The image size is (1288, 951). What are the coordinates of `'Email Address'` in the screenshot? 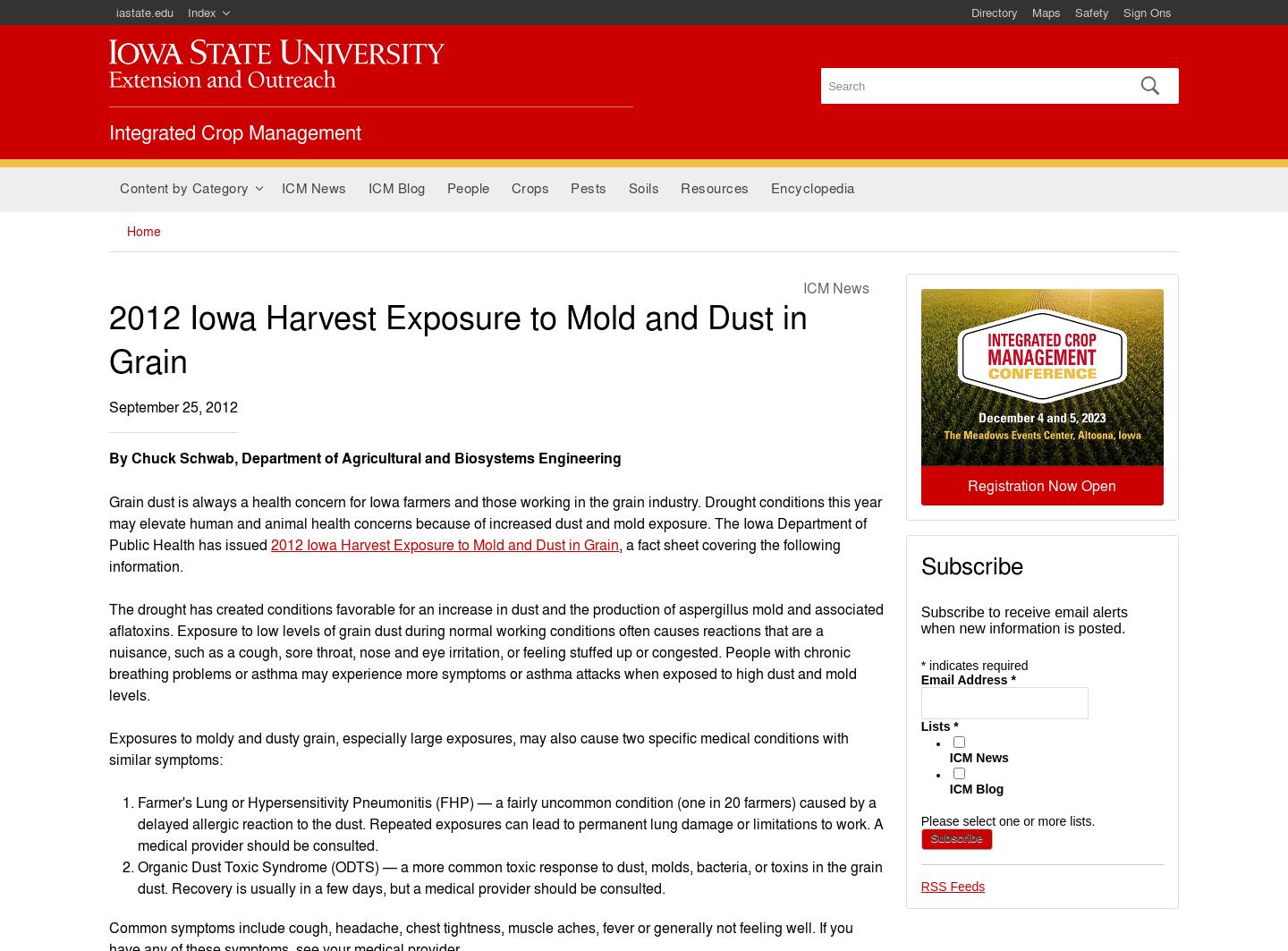 It's located at (965, 677).